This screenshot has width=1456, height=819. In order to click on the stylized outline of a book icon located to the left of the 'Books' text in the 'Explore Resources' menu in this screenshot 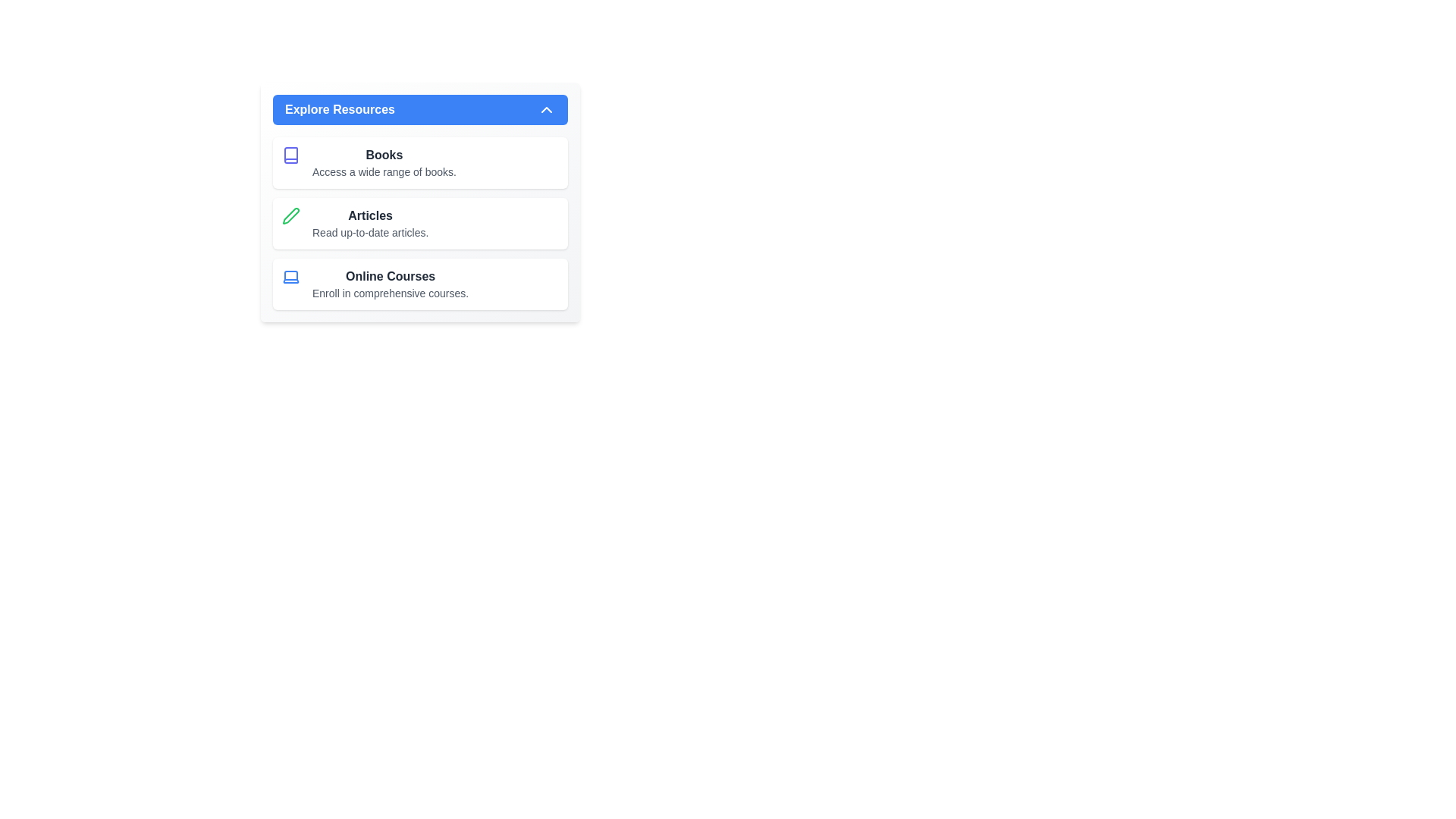, I will do `click(291, 155)`.